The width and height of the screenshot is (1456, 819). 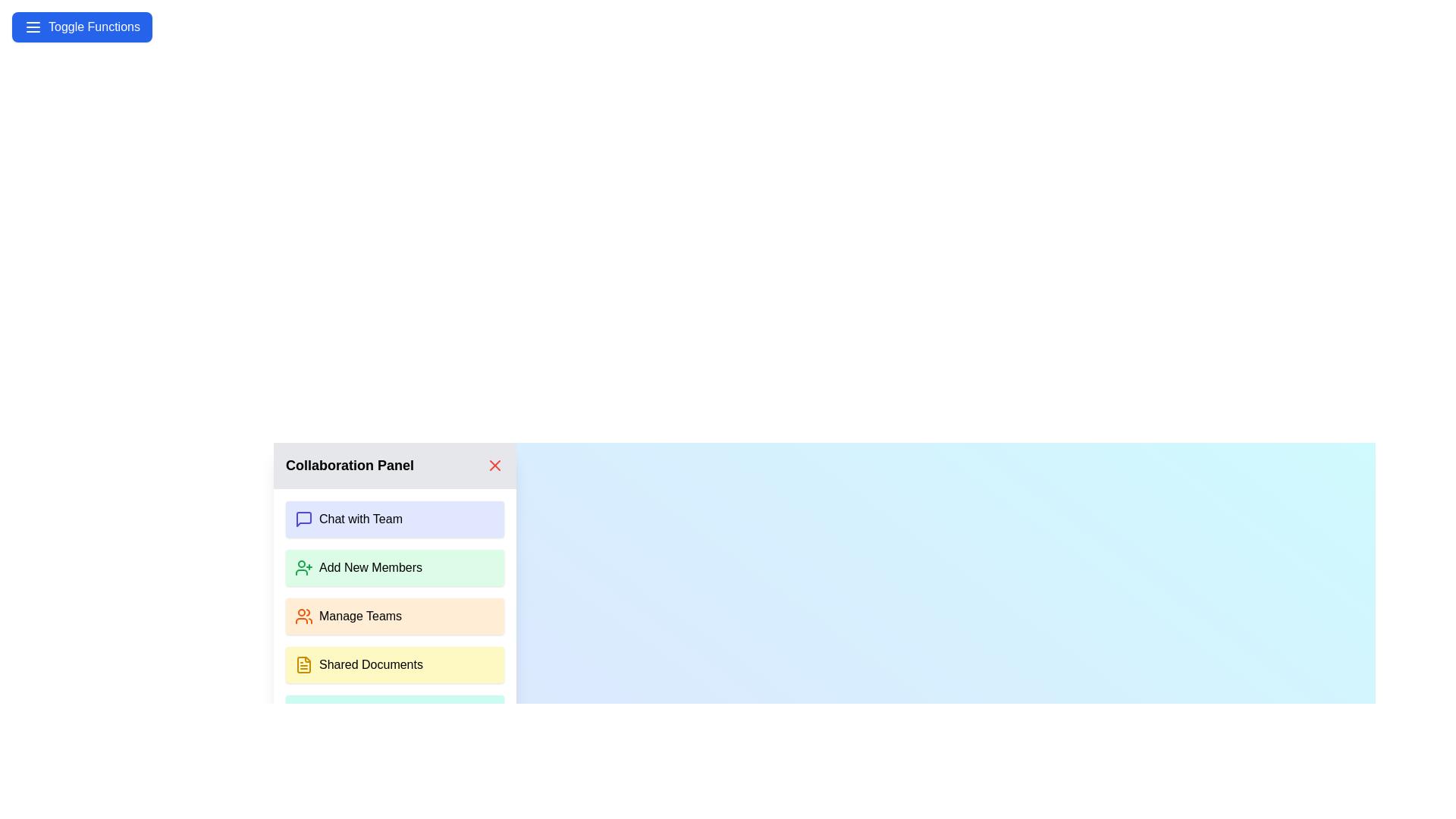 I want to click on keyboard navigation, so click(x=494, y=464).